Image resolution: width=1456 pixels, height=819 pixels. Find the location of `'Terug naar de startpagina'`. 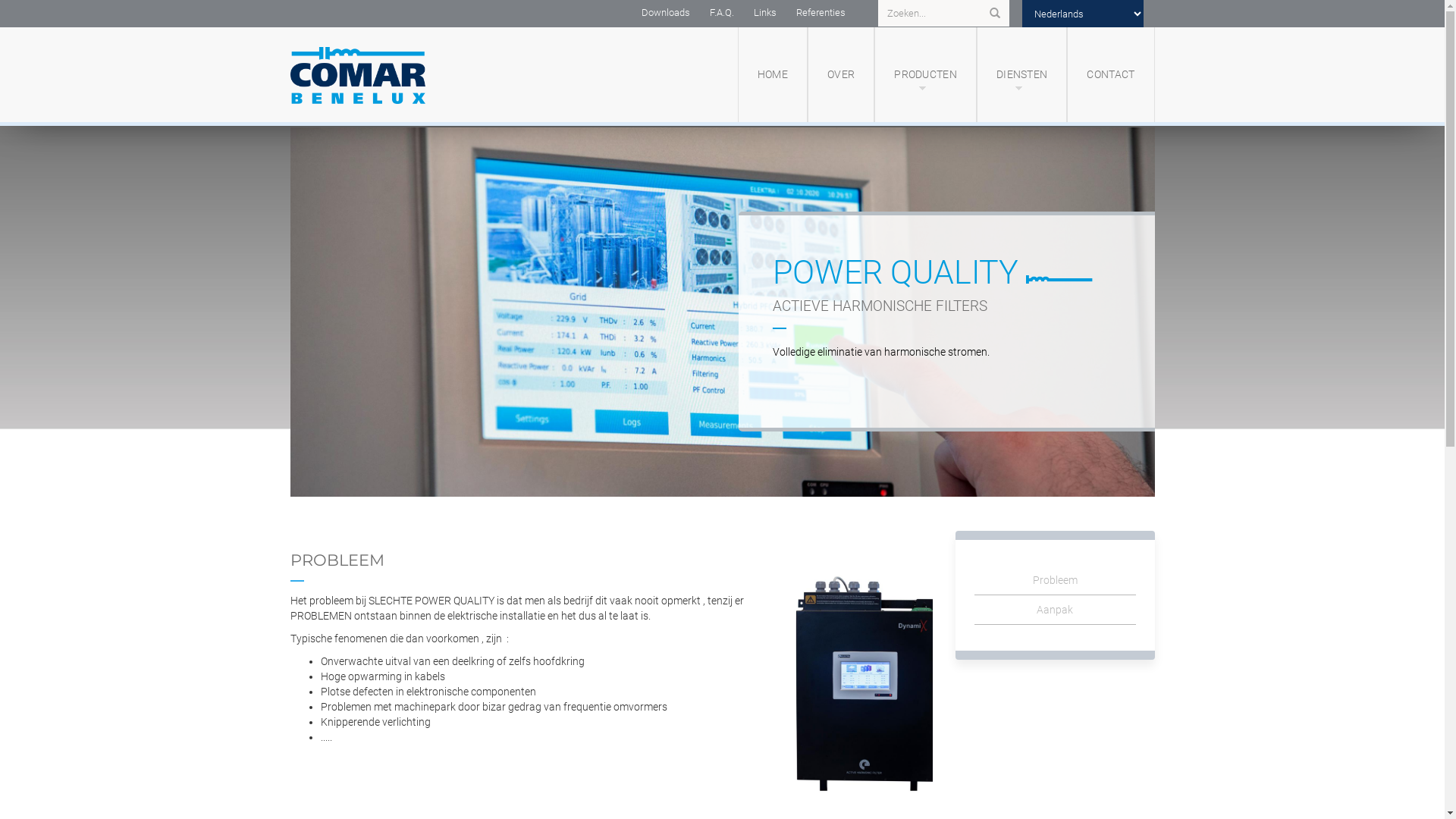

'Terug naar de startpagina' is located at coordinates (392, 74).